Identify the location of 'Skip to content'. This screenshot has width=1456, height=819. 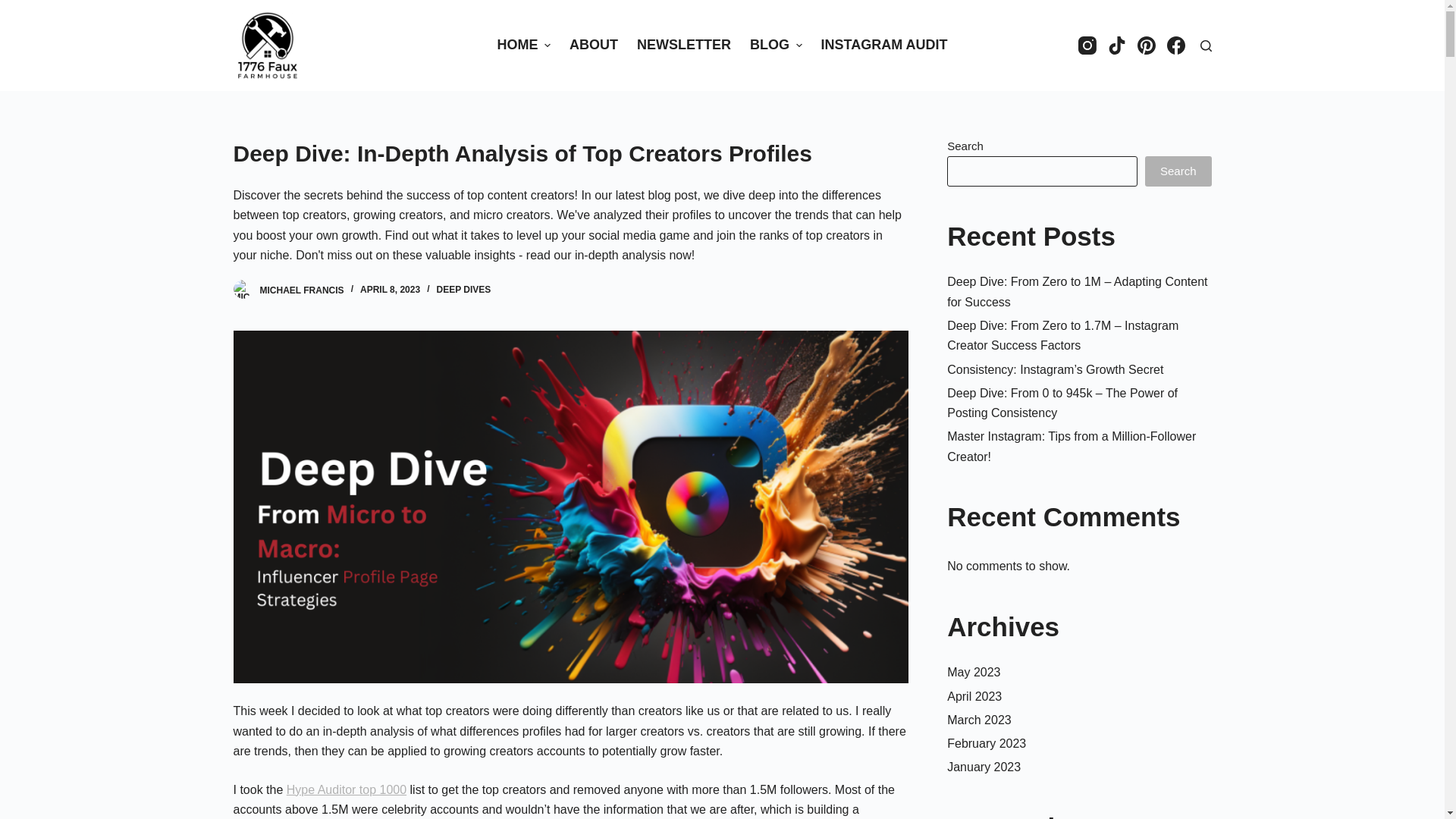
(14, 8).